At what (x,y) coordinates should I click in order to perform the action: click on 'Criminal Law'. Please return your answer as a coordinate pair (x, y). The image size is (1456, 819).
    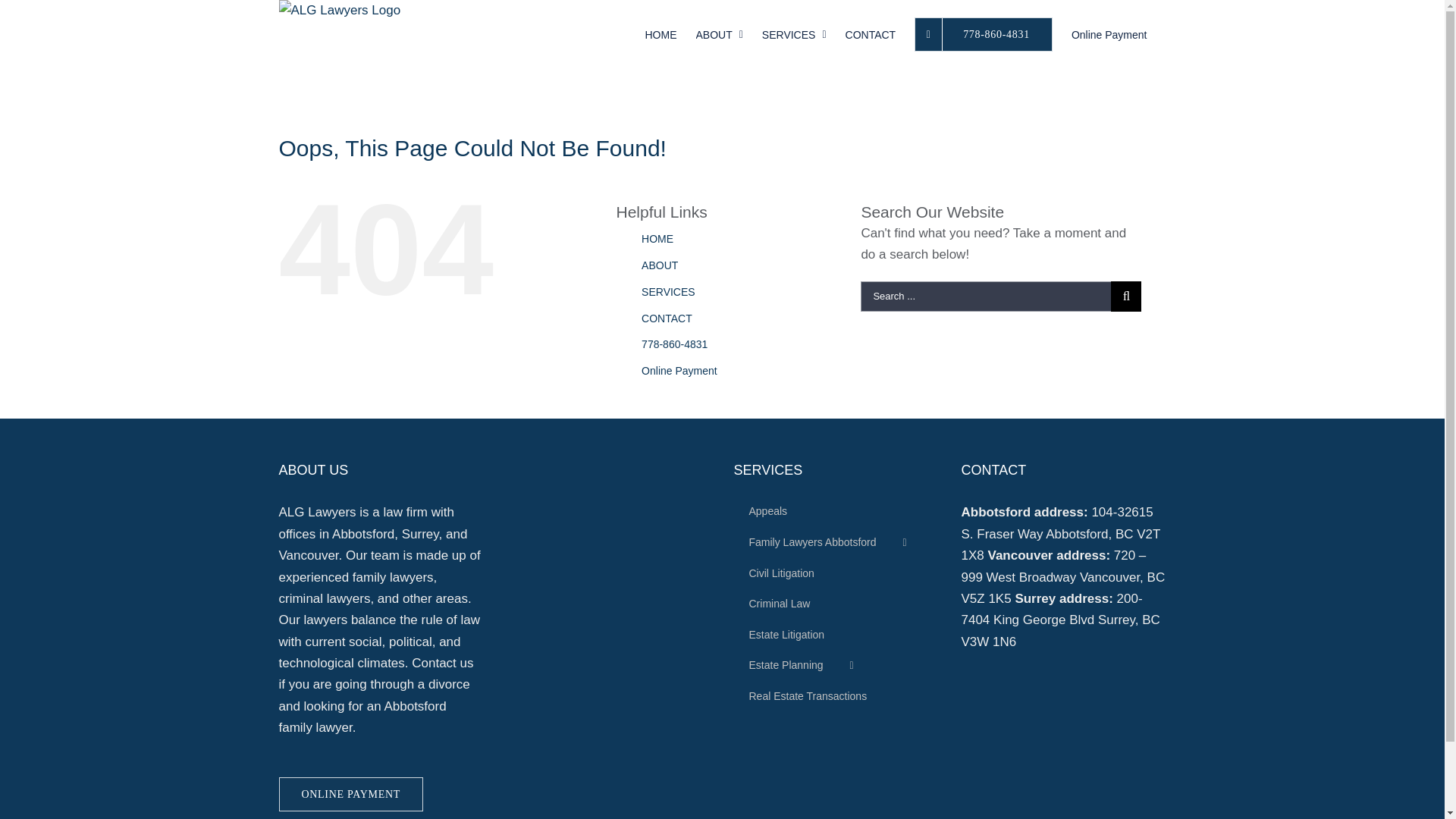
    Looking at the image, I should click on (734, 604).